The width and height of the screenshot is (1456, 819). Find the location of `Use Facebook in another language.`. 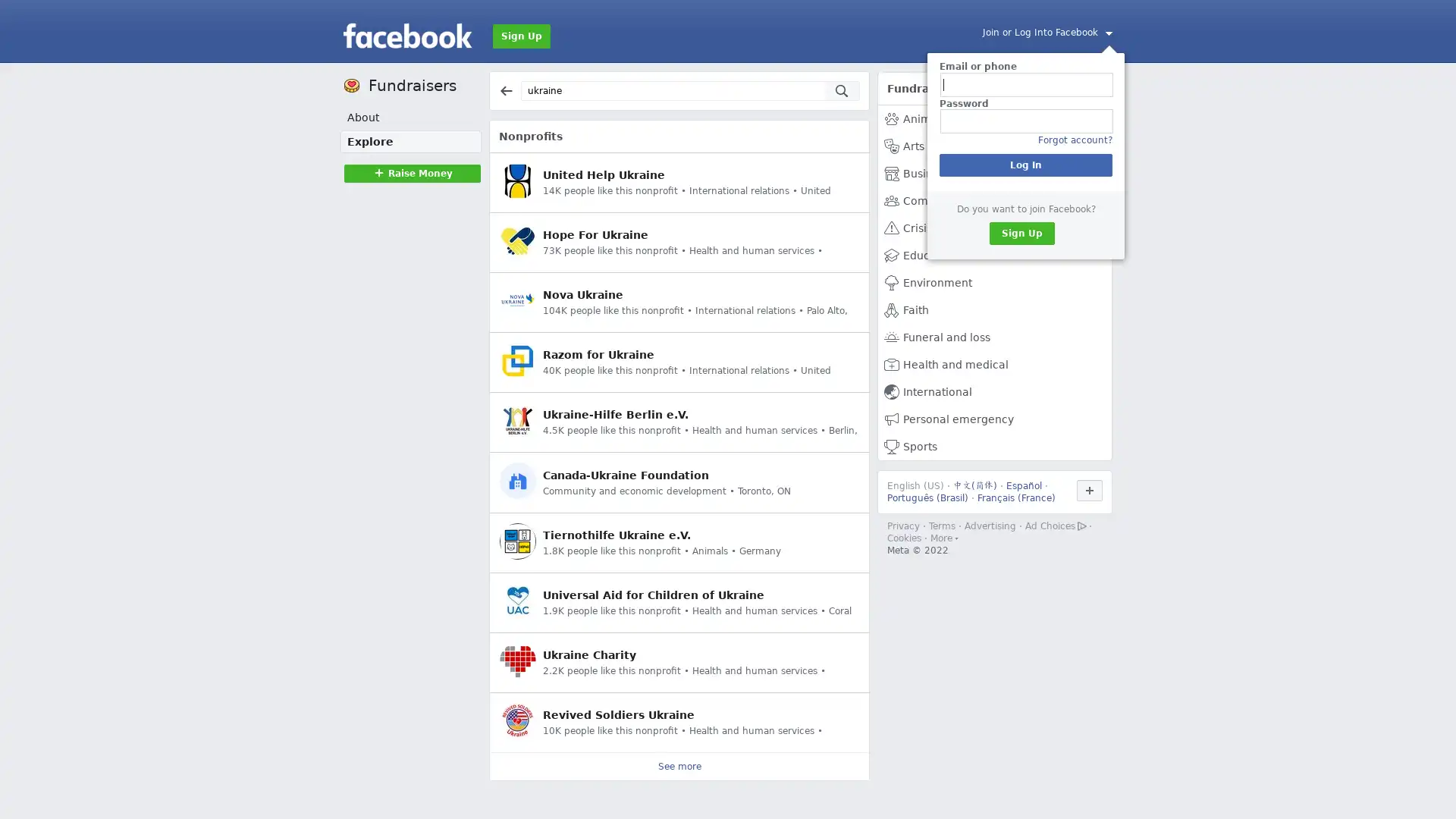

Use Facebook in another language. is located at coordinates (1088, 491).